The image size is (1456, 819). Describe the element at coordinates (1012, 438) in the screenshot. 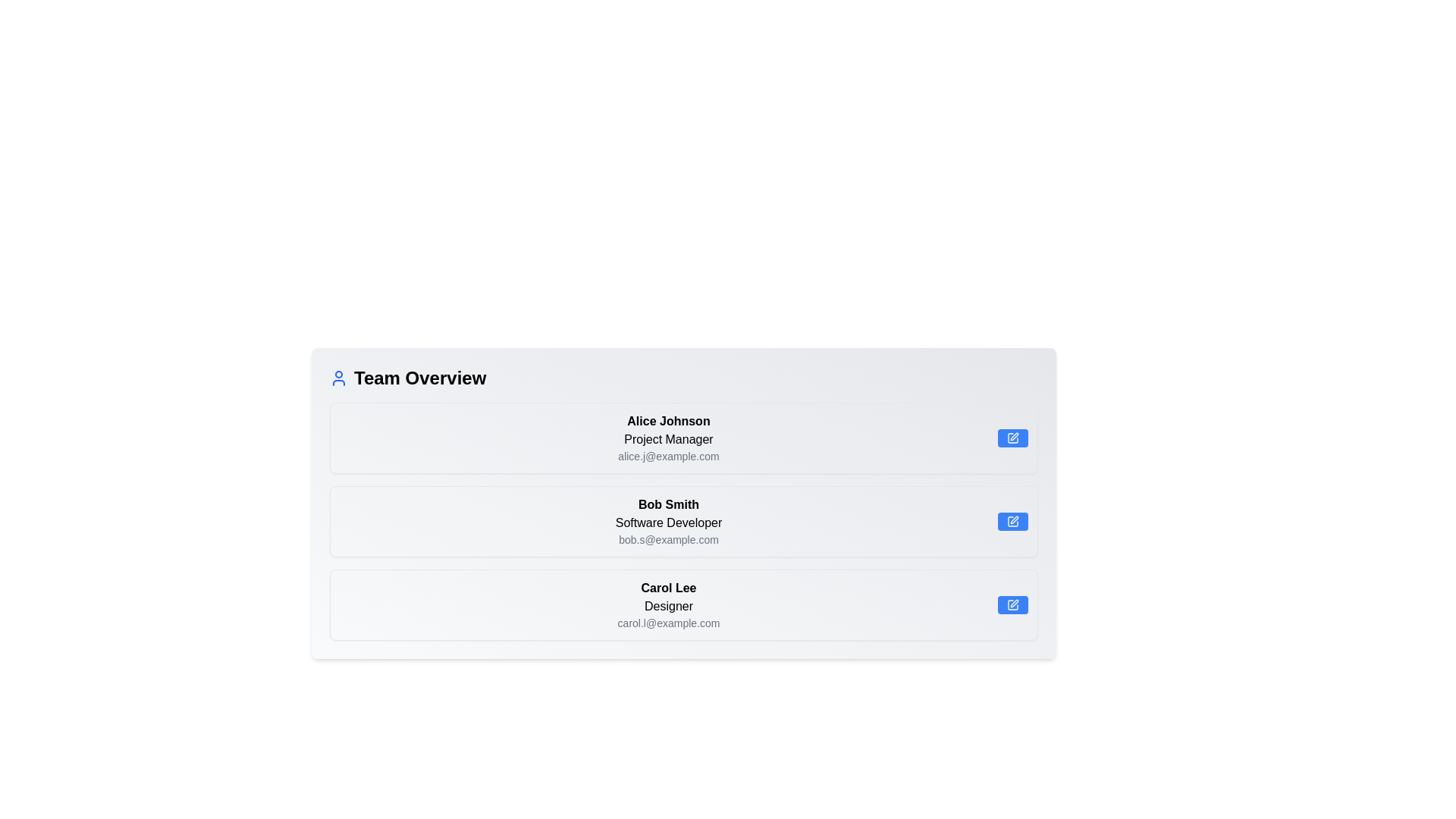

I see `the edit button located in the top-right corner of the card displaying details for 'Alice Johnson'` at that location.